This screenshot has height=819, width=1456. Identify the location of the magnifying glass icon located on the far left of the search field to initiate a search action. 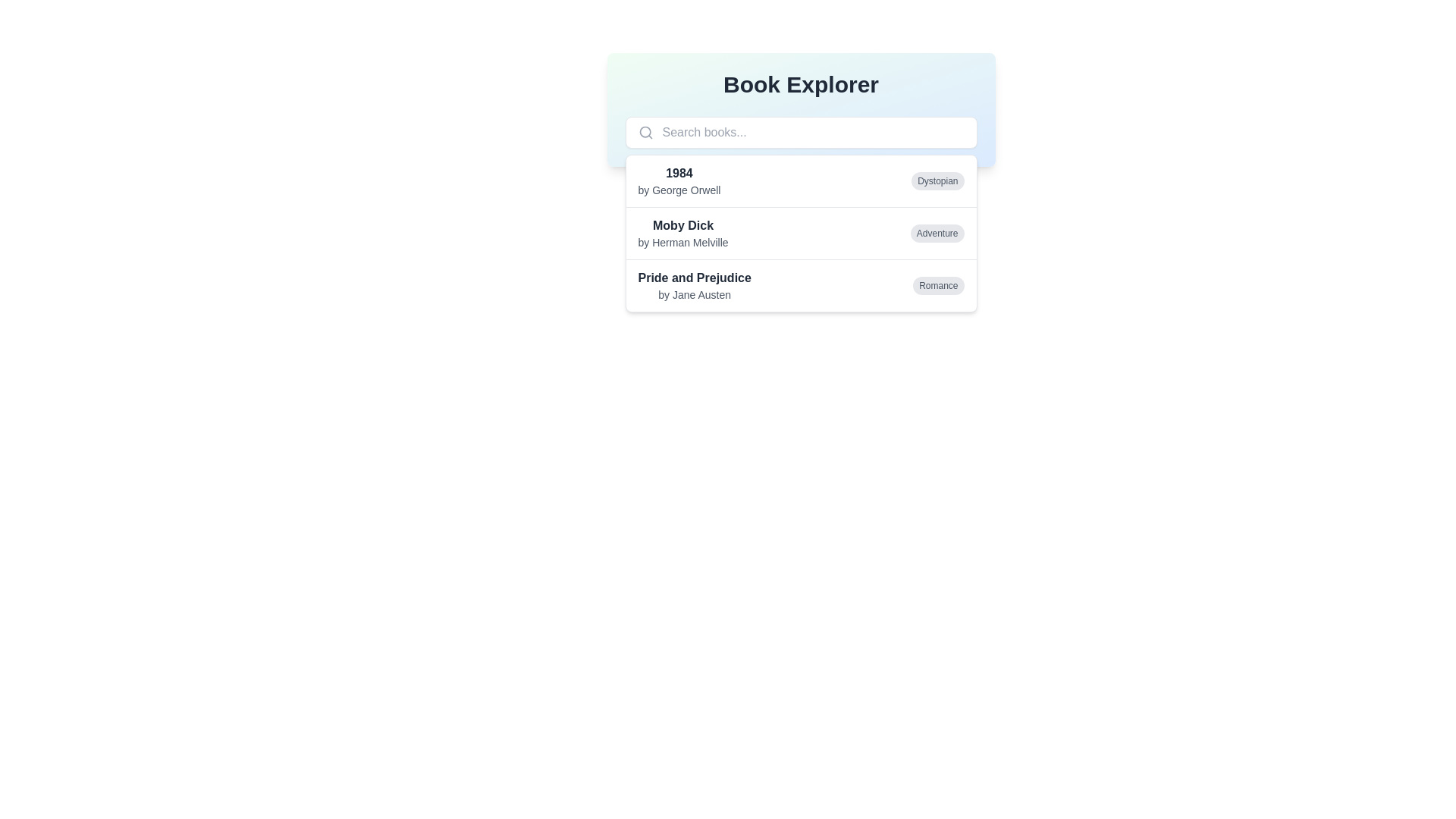
(645, 131).